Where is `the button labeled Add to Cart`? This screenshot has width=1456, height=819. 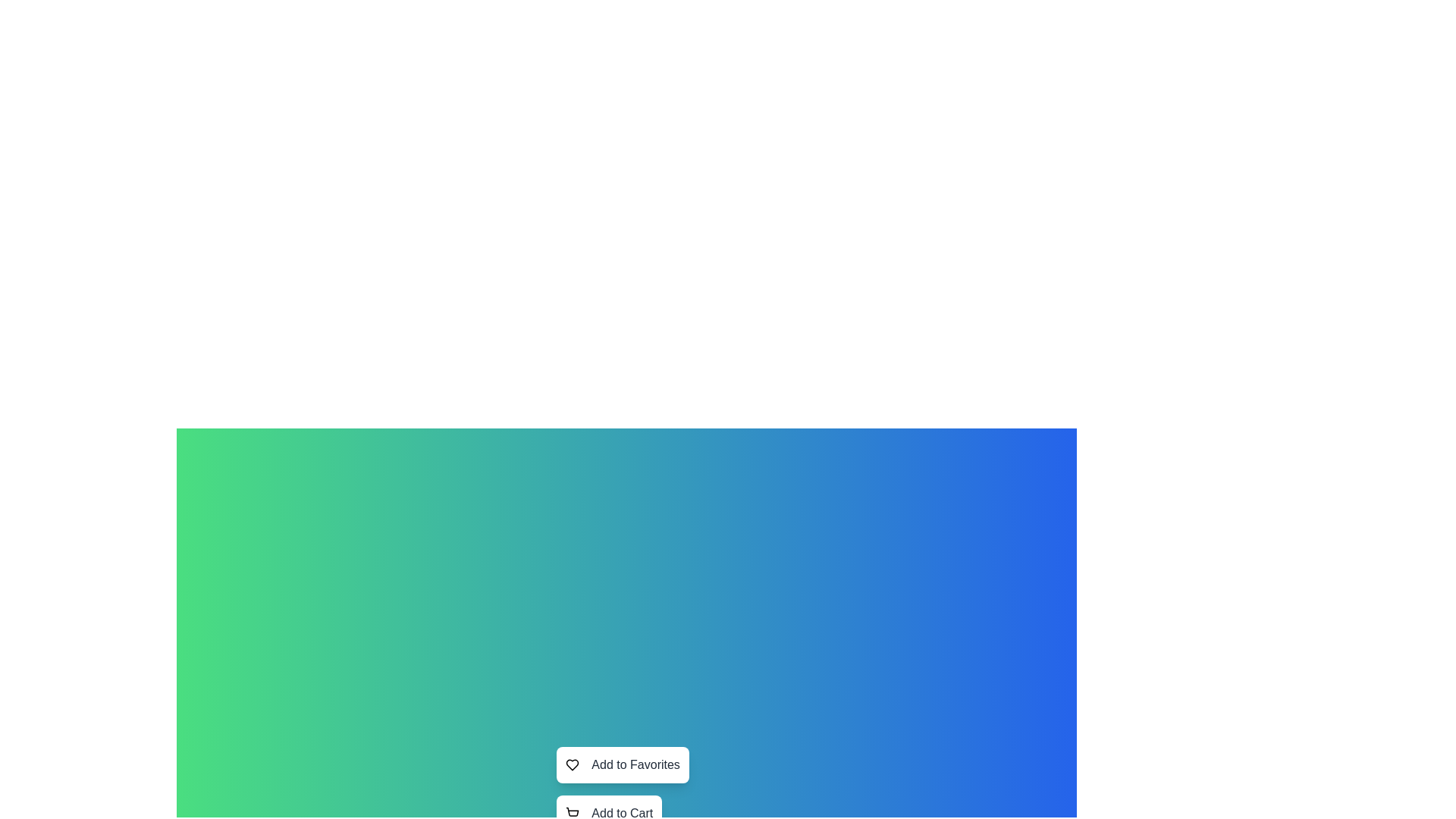 the button labeled Add to Cart is located at coordinates (609, 812).